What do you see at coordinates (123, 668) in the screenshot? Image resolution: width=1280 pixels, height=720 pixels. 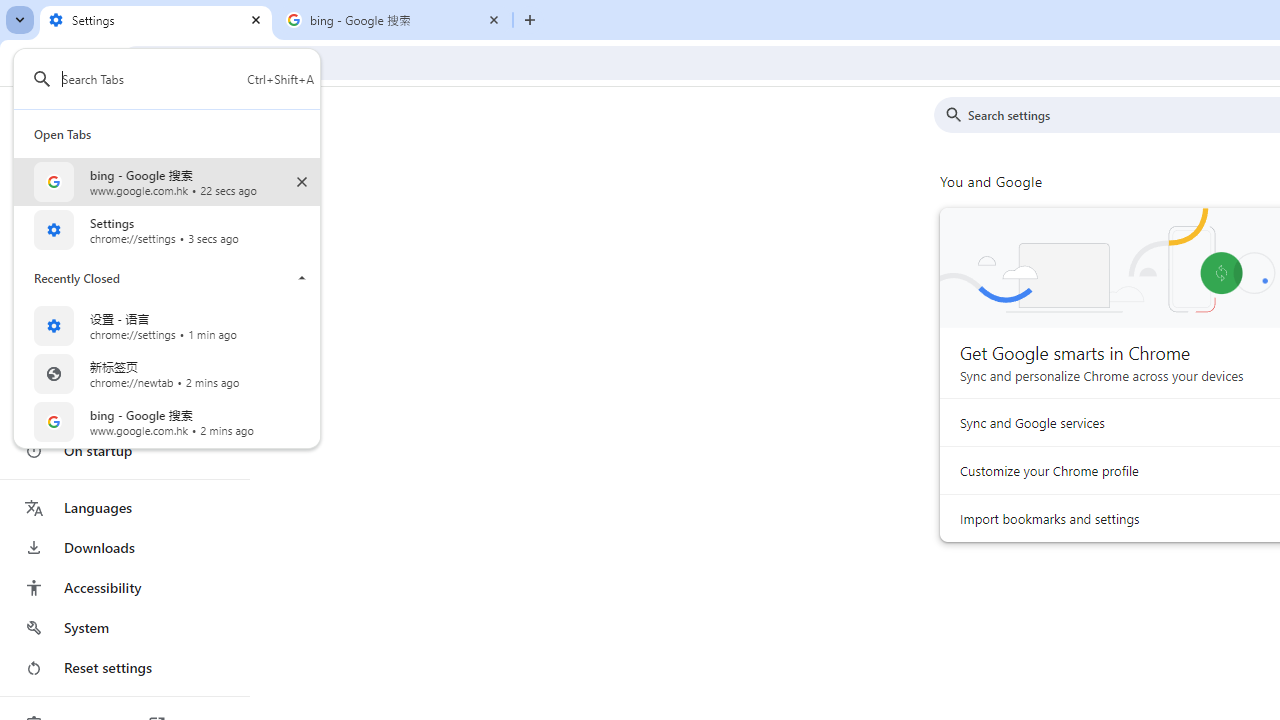 I see `'Reset settings'` at bounding box center [123, 668].